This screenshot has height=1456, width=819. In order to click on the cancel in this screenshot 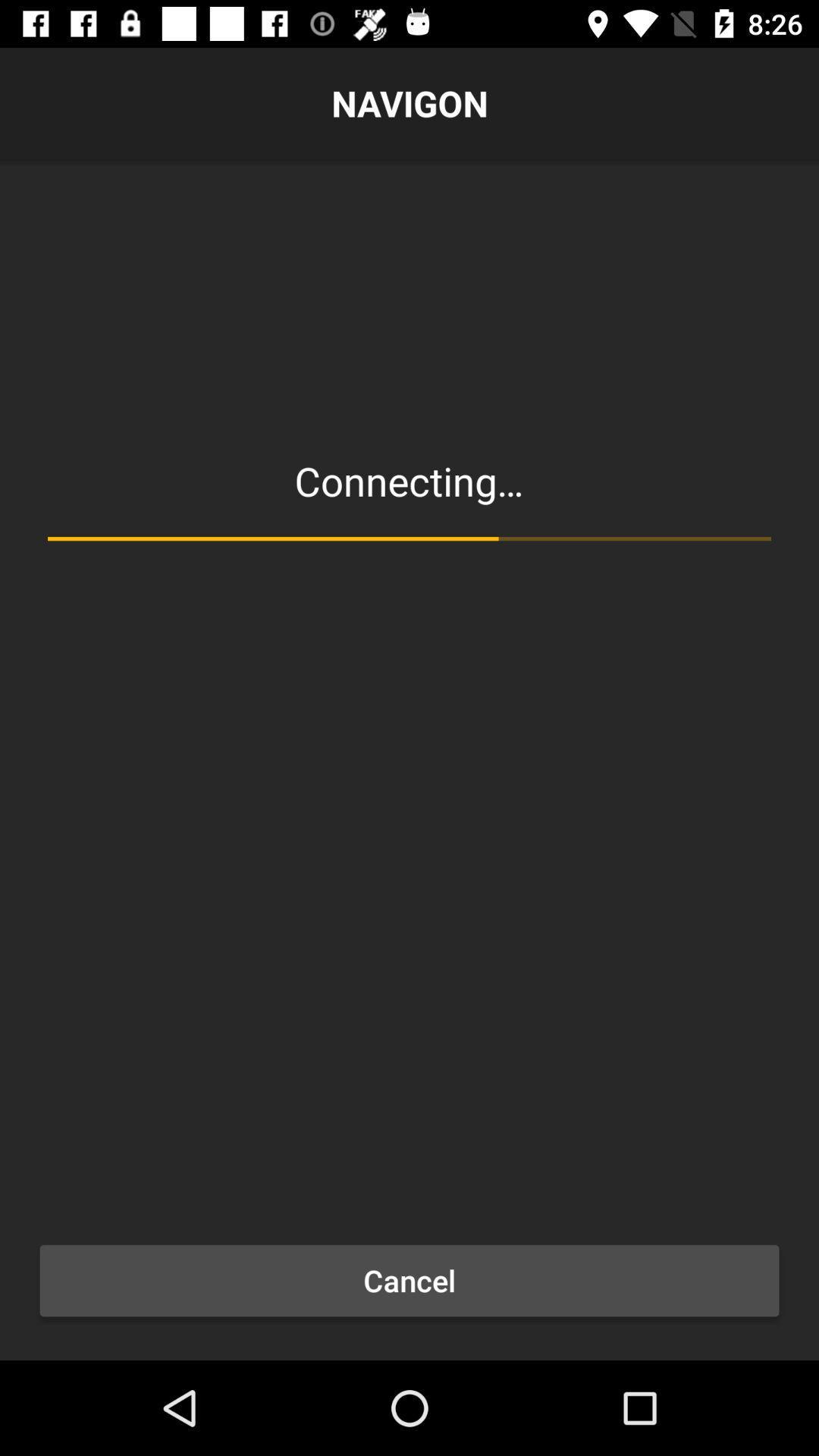, I will do `click(409, 1280)`.